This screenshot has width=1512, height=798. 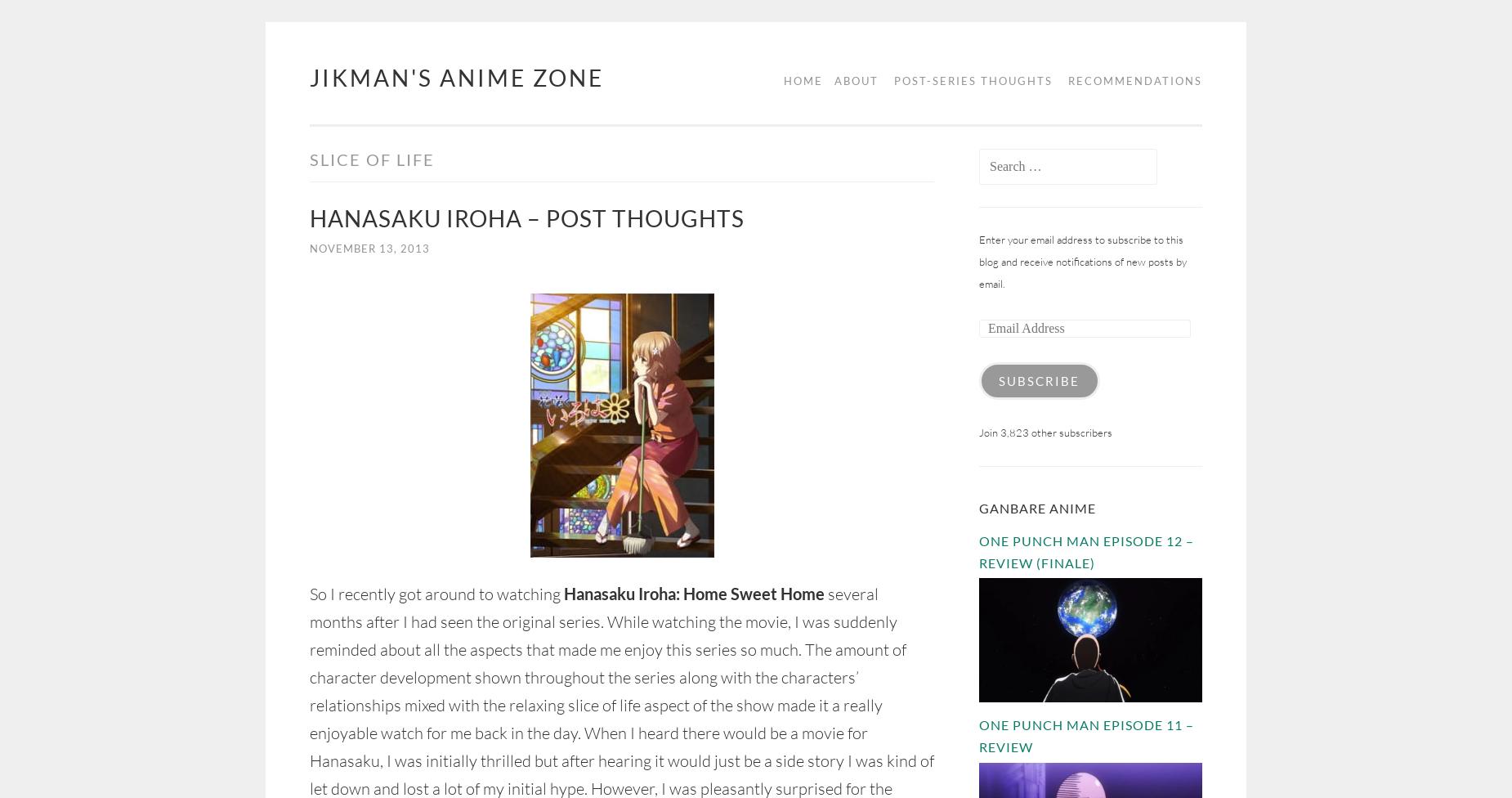 I want to click on 'Recommendations', so click(x=1134, y=80).